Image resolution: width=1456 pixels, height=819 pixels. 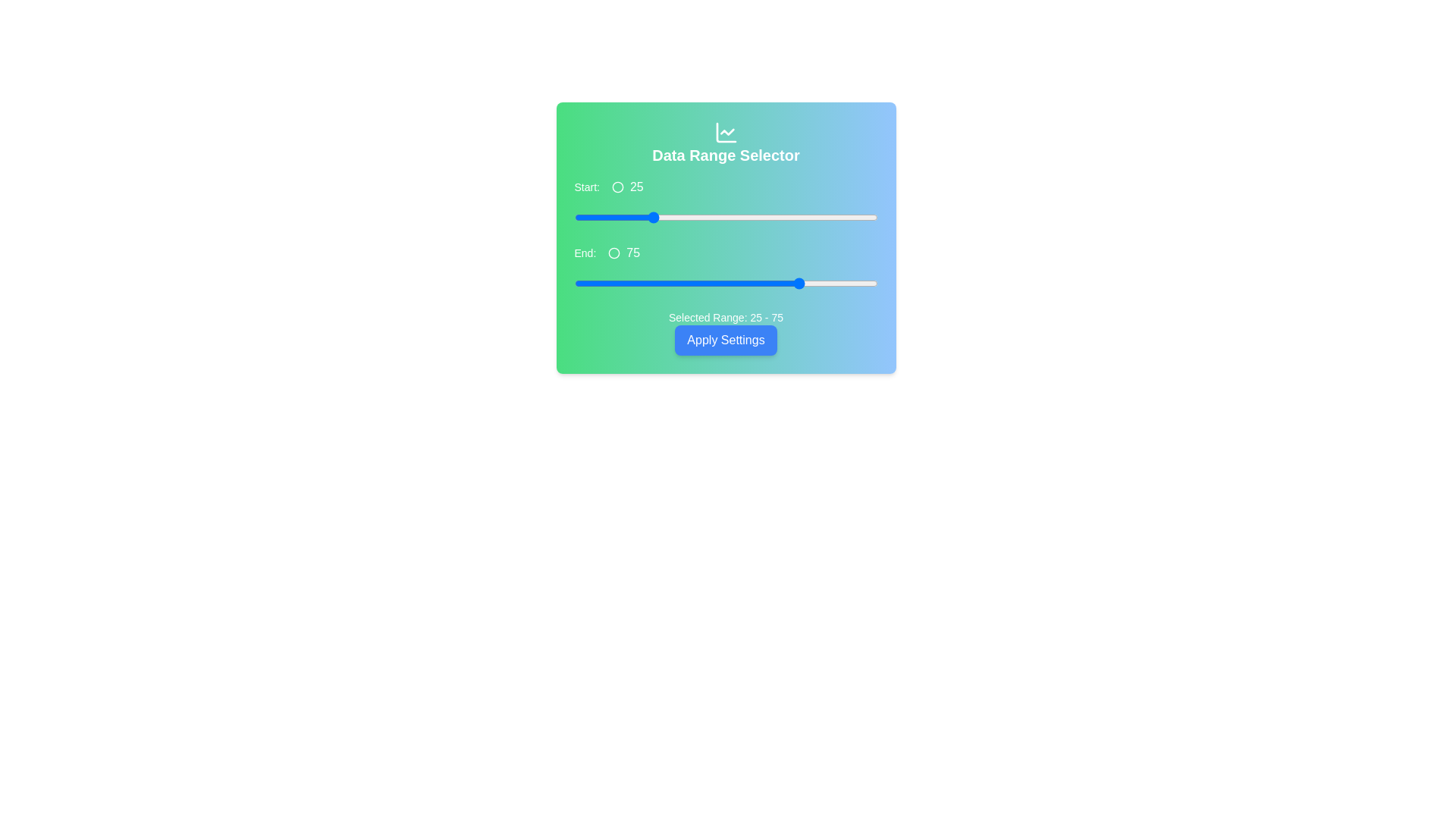 What do you see at coordinates (618, 186) in the screenshot?
I see `the circular icon with a thin border and white background, which is the inner circle of an SVG structure located on the left side of the interface, near textual labels and input fields` at bounding box center [618, 186].